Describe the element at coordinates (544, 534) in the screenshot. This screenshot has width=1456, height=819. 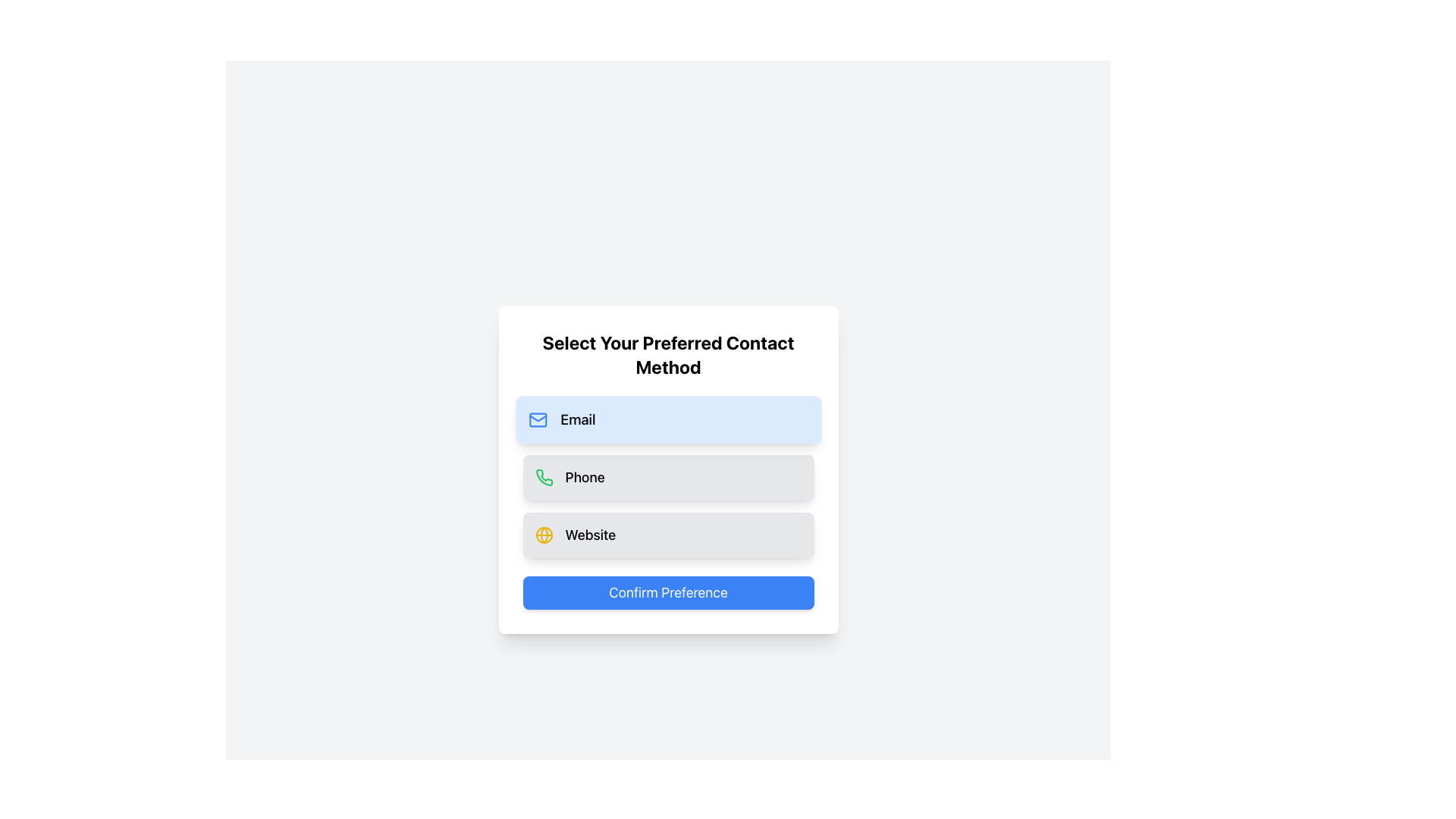
I see `the circular shape that forms part of the globe icon with golden-yellow strokes, located near the 'Website' option in the selection panel` at that location.